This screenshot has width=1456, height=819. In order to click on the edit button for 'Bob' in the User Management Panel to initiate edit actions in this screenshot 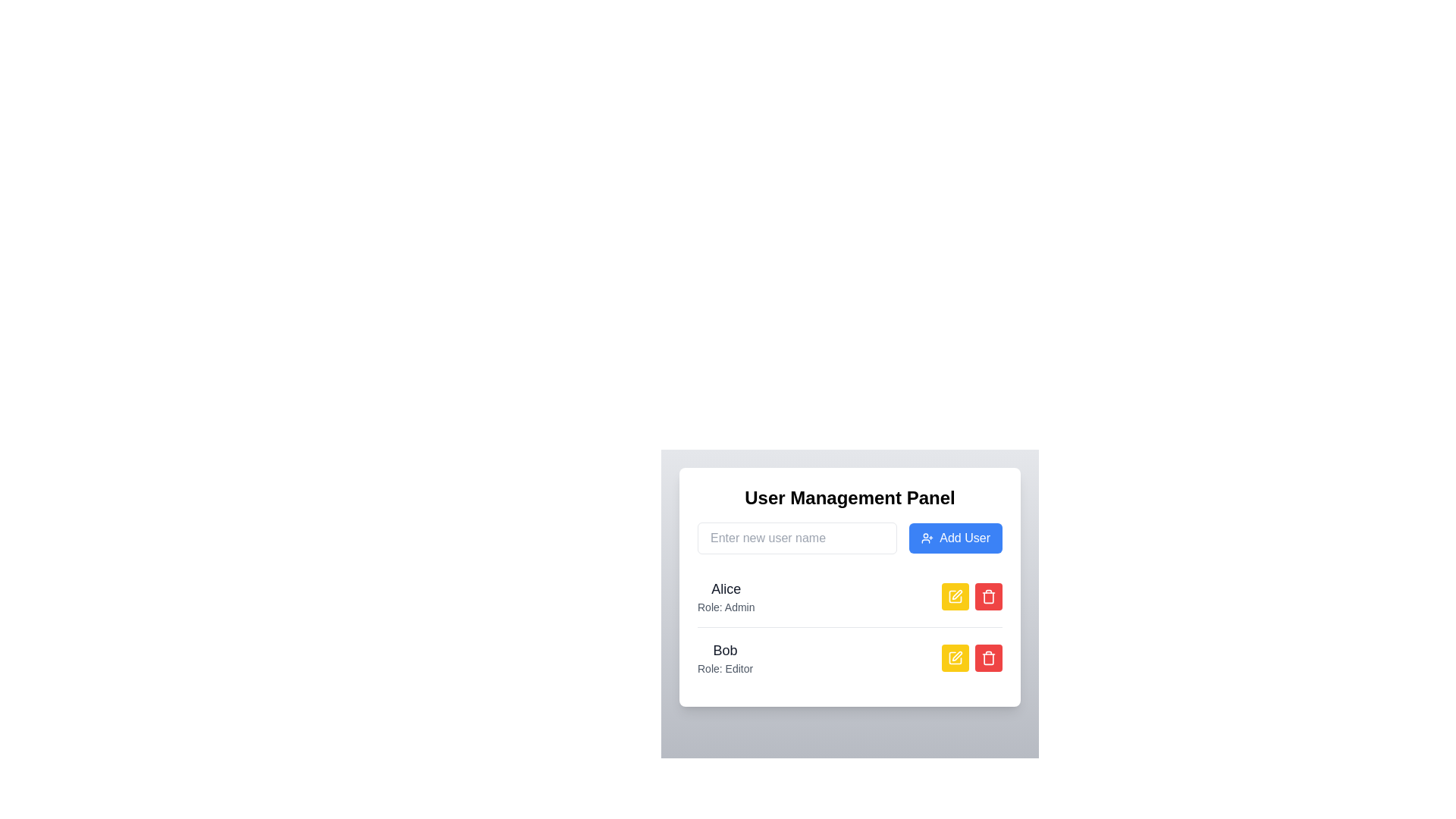, I will do `click(954, 657)`.